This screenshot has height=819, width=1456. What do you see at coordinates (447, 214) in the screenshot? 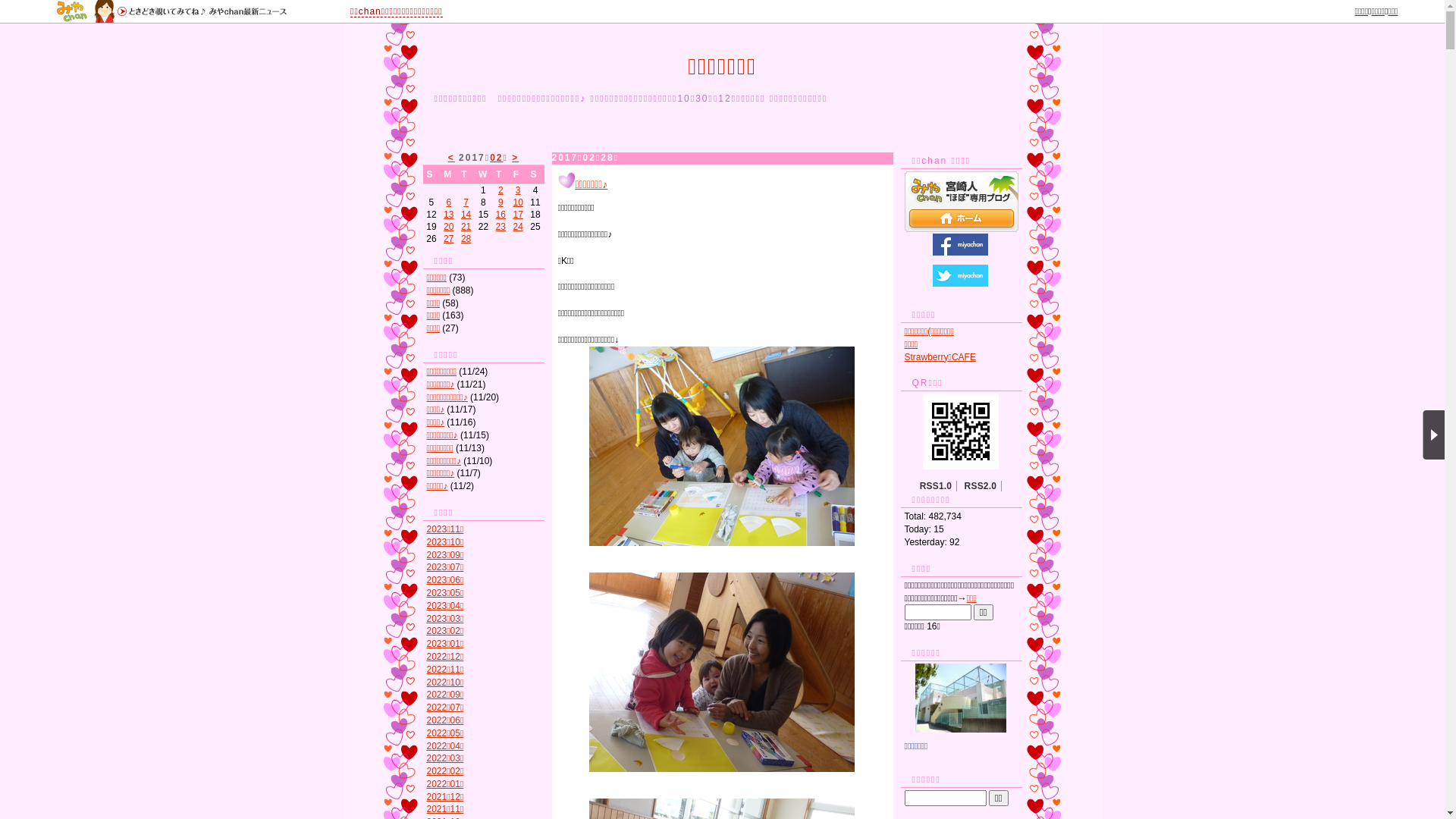
I see `'13'` at bounding box center [447, 214].